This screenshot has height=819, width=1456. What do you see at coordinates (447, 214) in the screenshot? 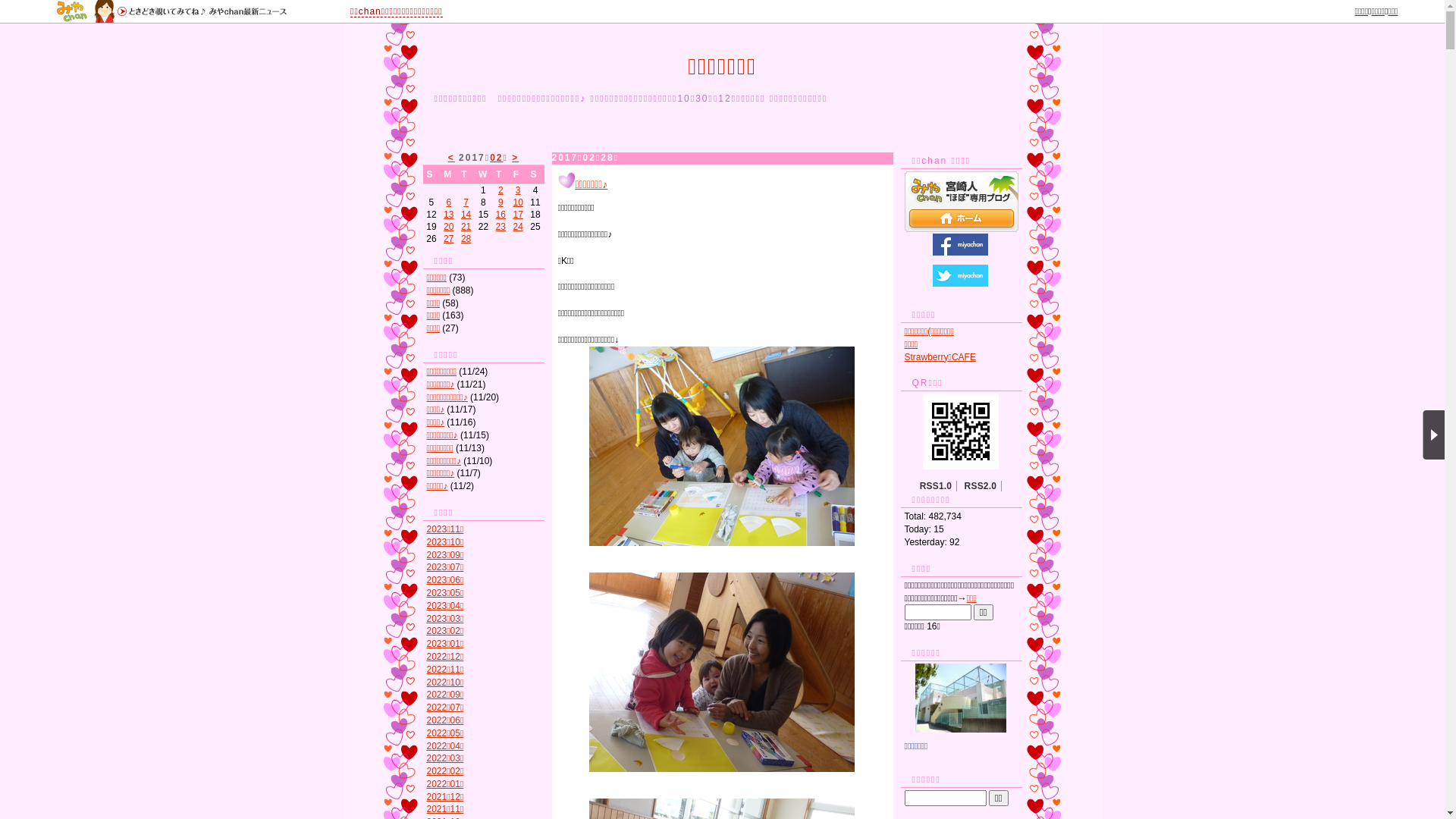
I see `'13'` at bounding box center [447, 214].